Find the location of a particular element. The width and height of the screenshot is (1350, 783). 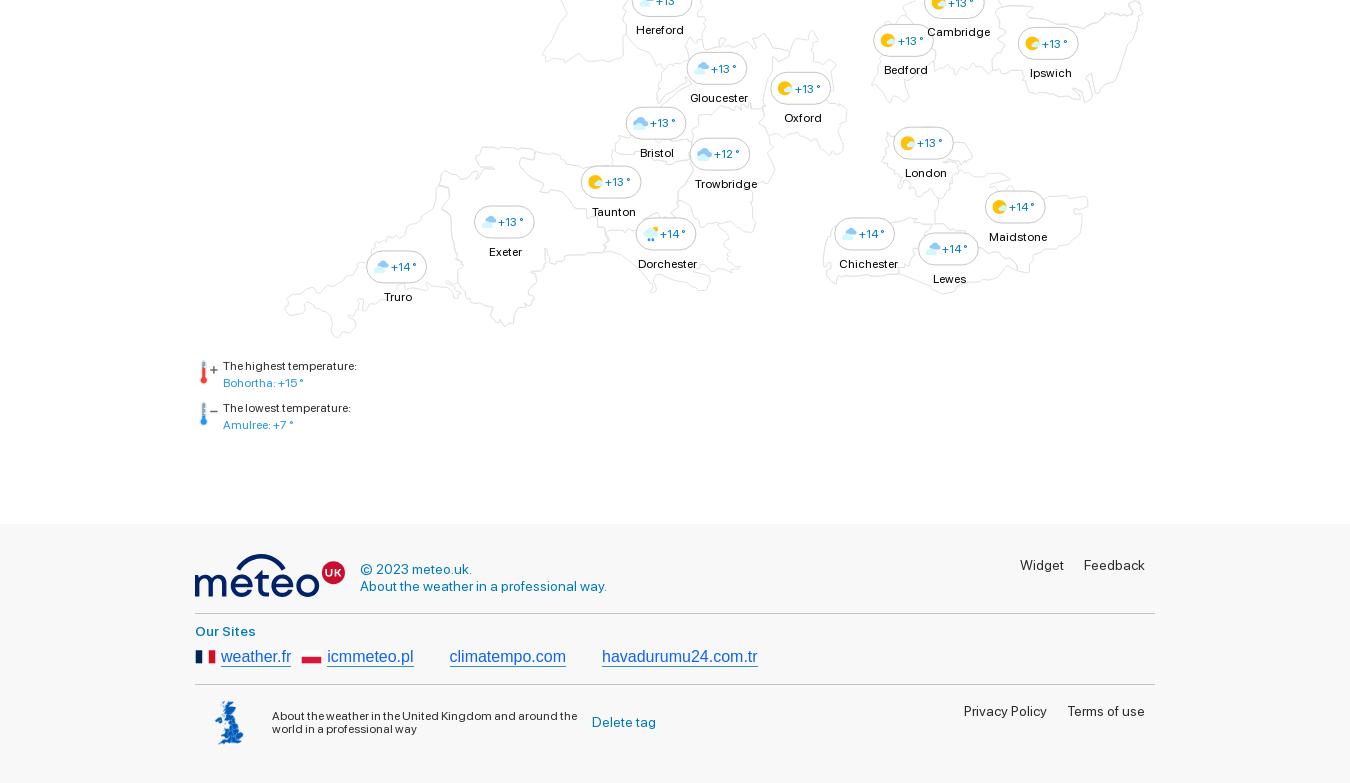

'Truro' is located at coordinates (397, 295).